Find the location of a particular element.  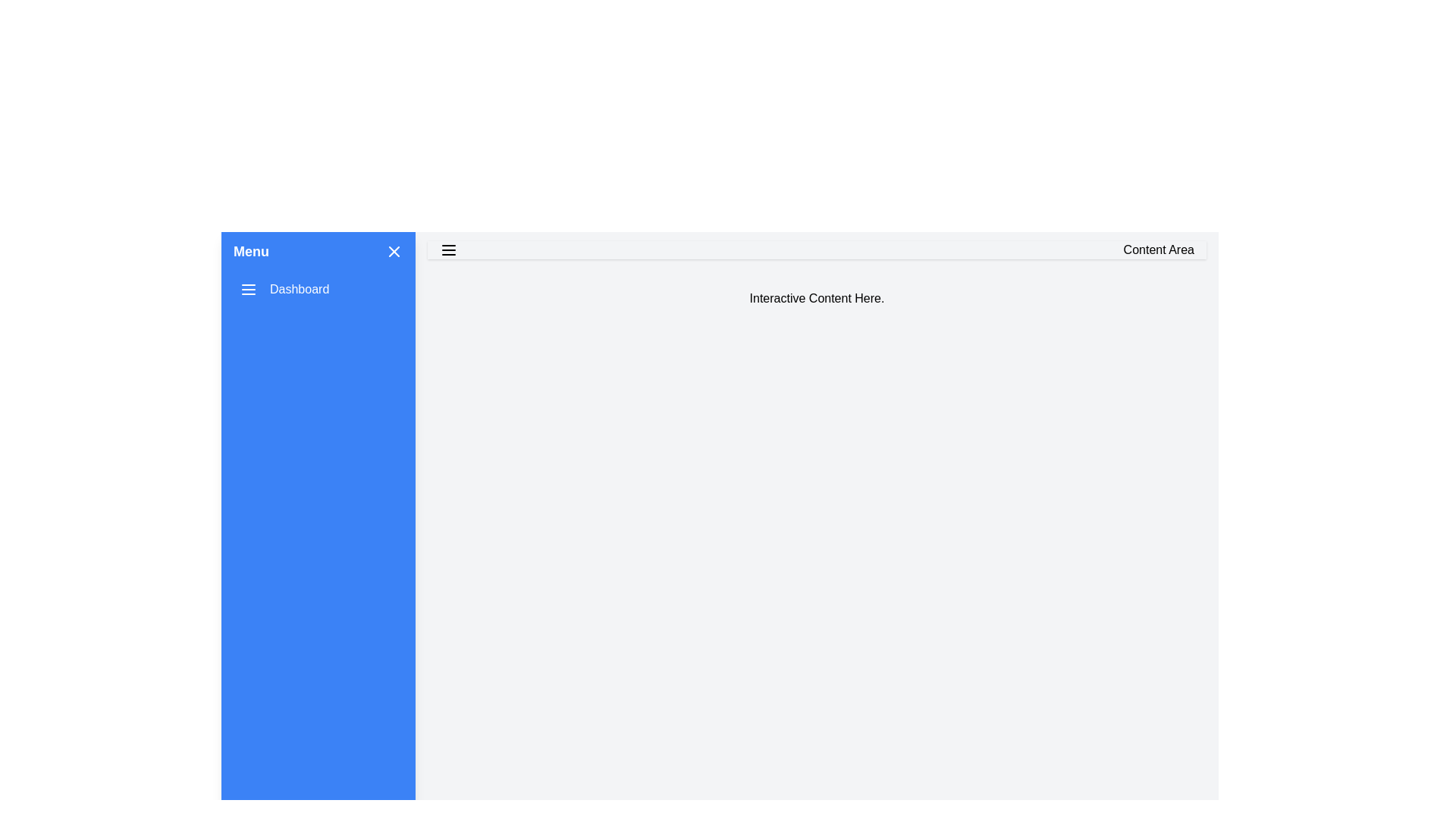

the 'Dashboard' link in the sidebar is located at coordinates (284, 289).